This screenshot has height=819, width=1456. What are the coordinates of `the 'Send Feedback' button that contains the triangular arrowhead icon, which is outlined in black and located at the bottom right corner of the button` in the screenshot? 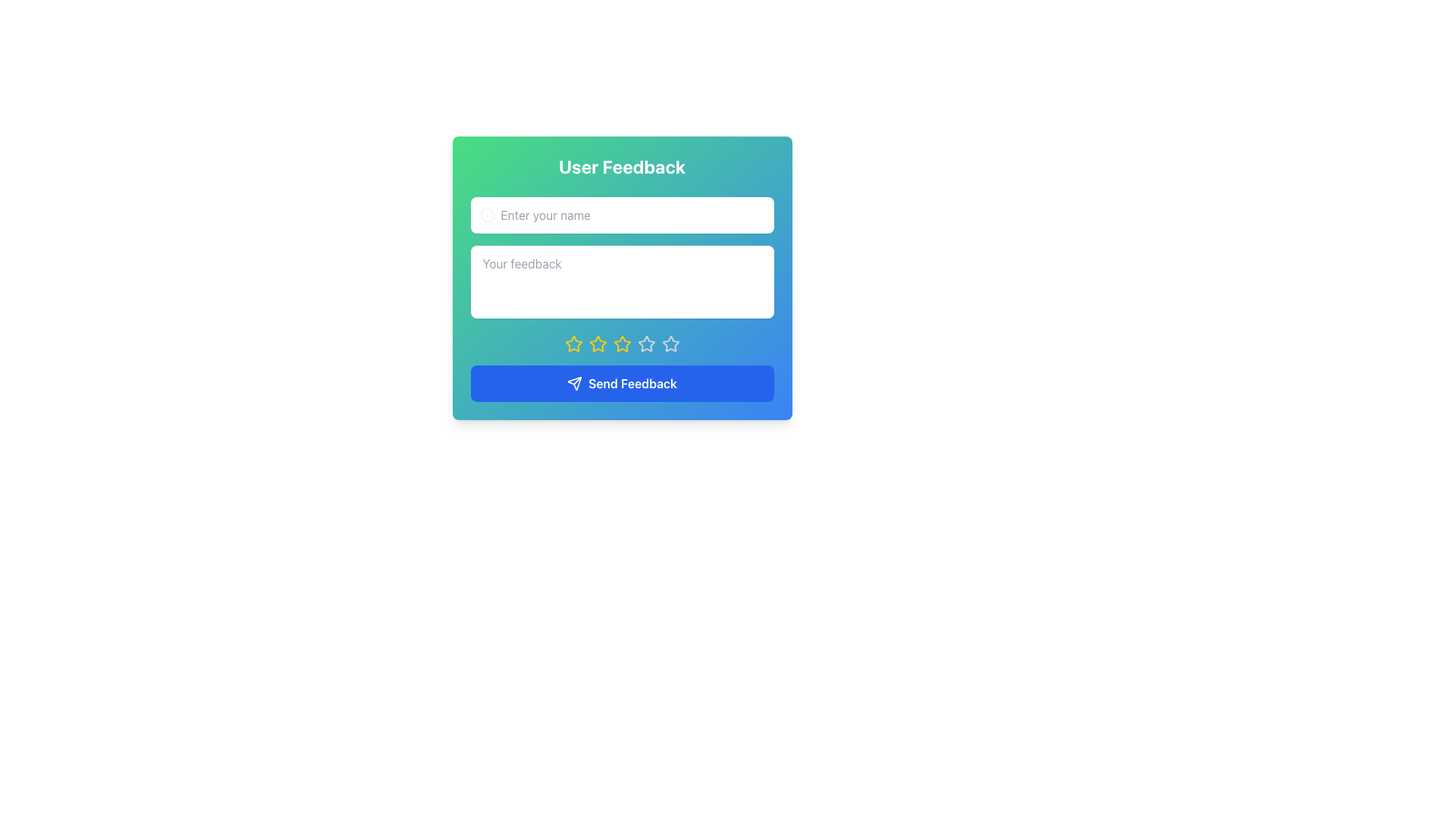 It's located at (574, 382).